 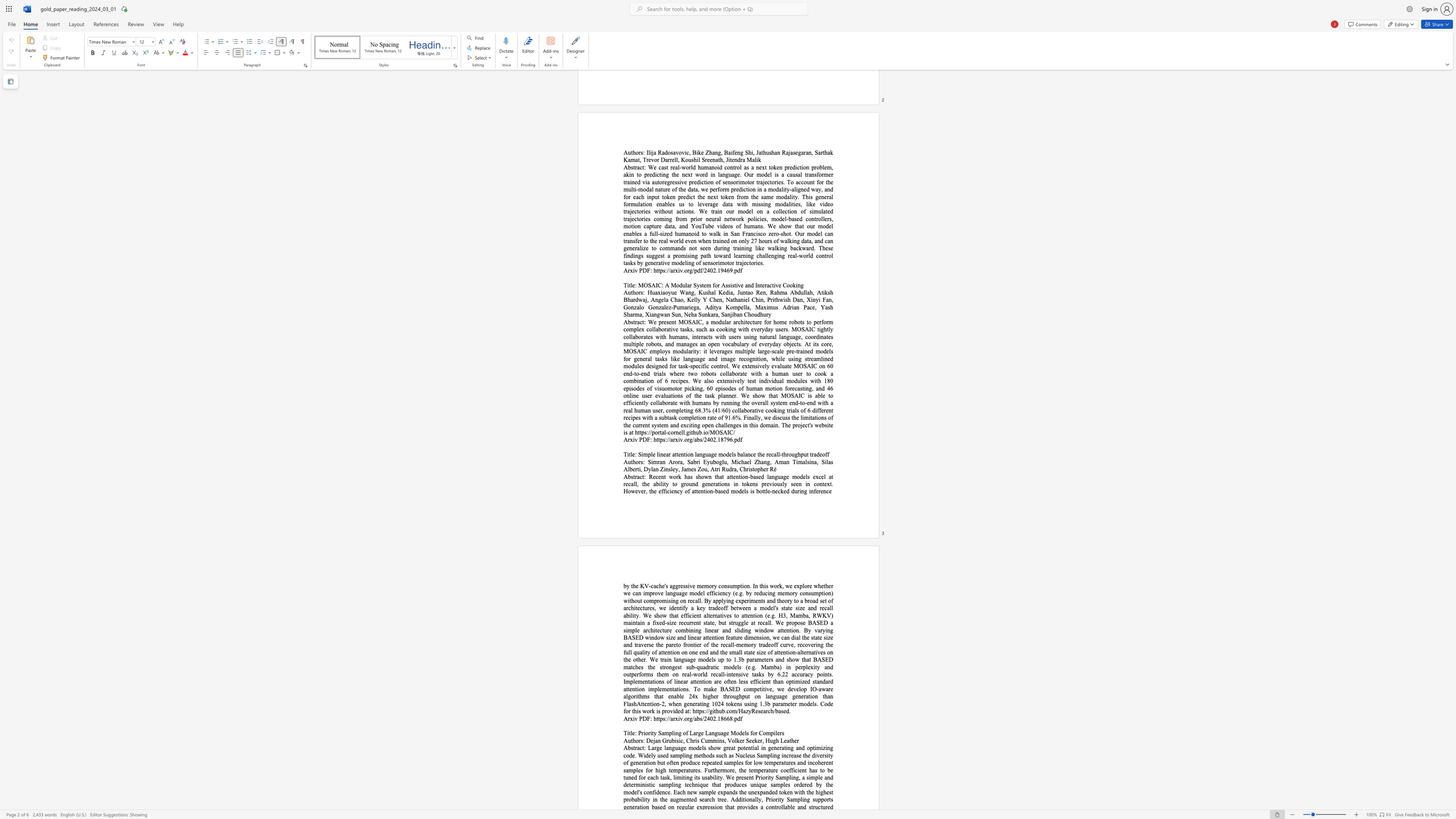 What do you see at coordinates (779, 454) in the screenshot?
I see `the subset text "-throu" within the text "Simple linear attention language models balance the recall-throughput tradeoff"` at bounding box center [779, 454].